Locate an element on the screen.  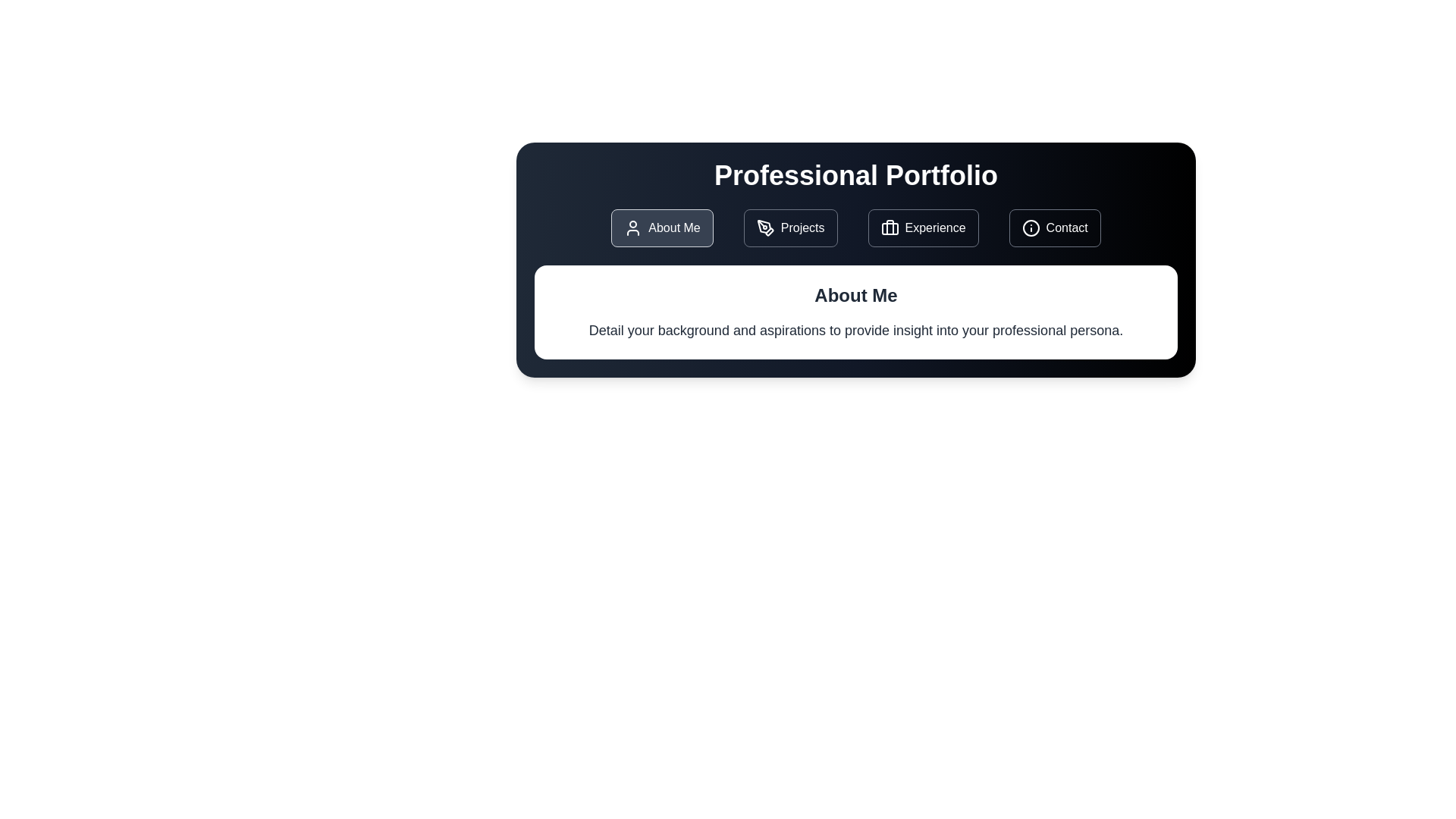
the 'Contact' button, which is the fourth button with a black background and white text is located at coordinates (1054, 227).